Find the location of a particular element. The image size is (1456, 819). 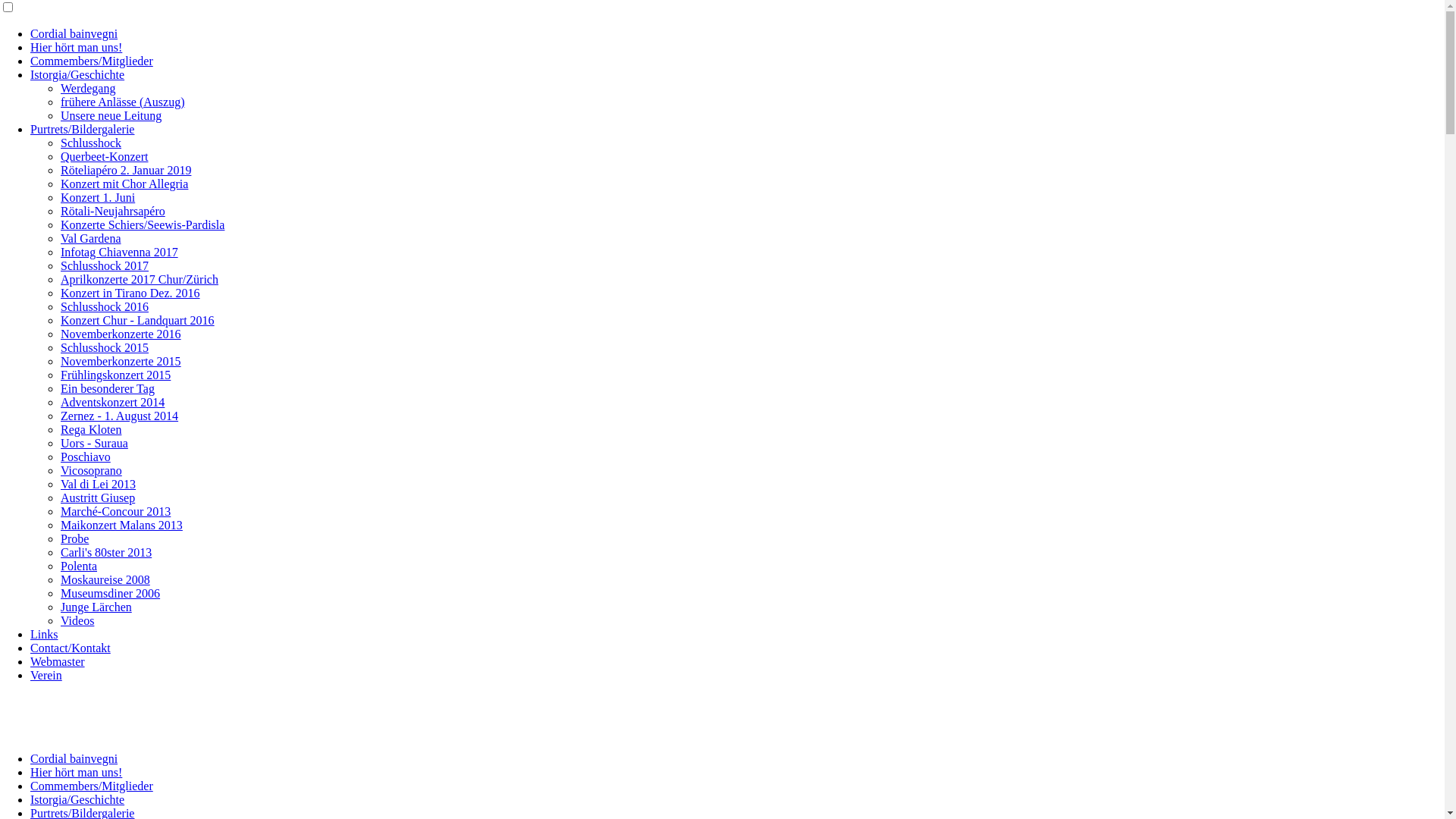

'Infotag Chiavenna 2017' is located at coordinates (118, 251).